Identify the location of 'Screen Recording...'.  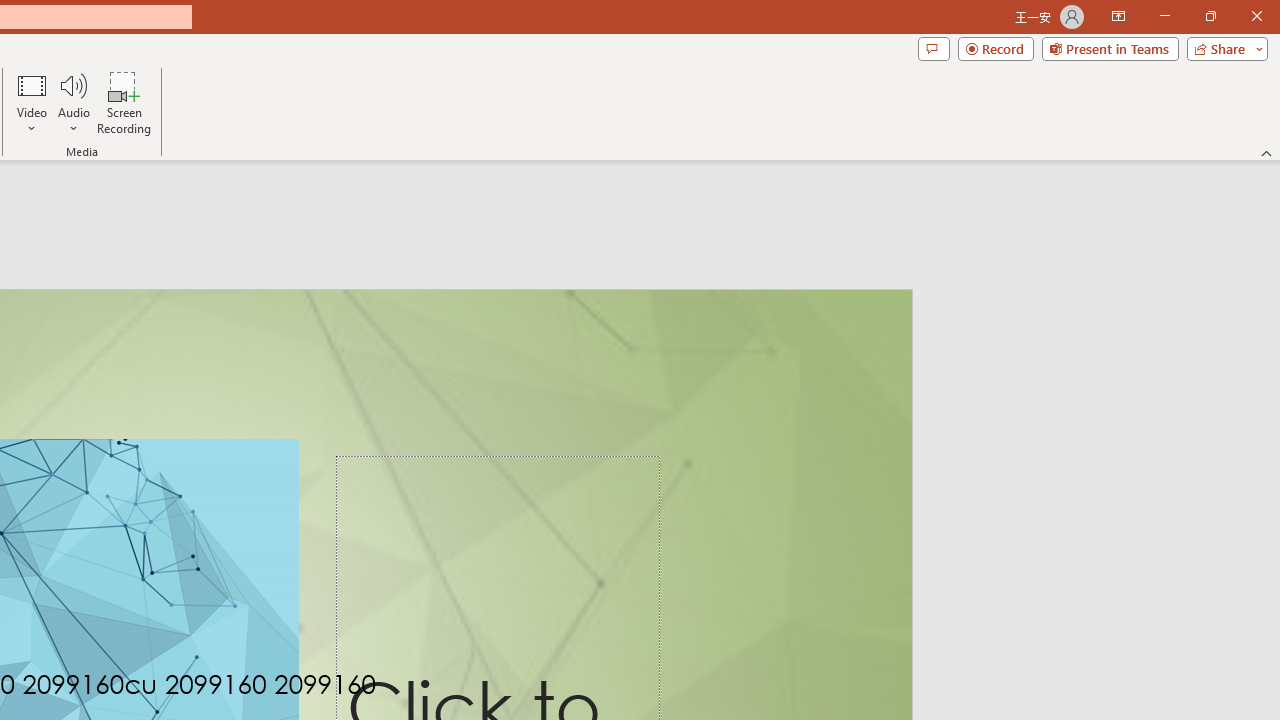
(123, 103).